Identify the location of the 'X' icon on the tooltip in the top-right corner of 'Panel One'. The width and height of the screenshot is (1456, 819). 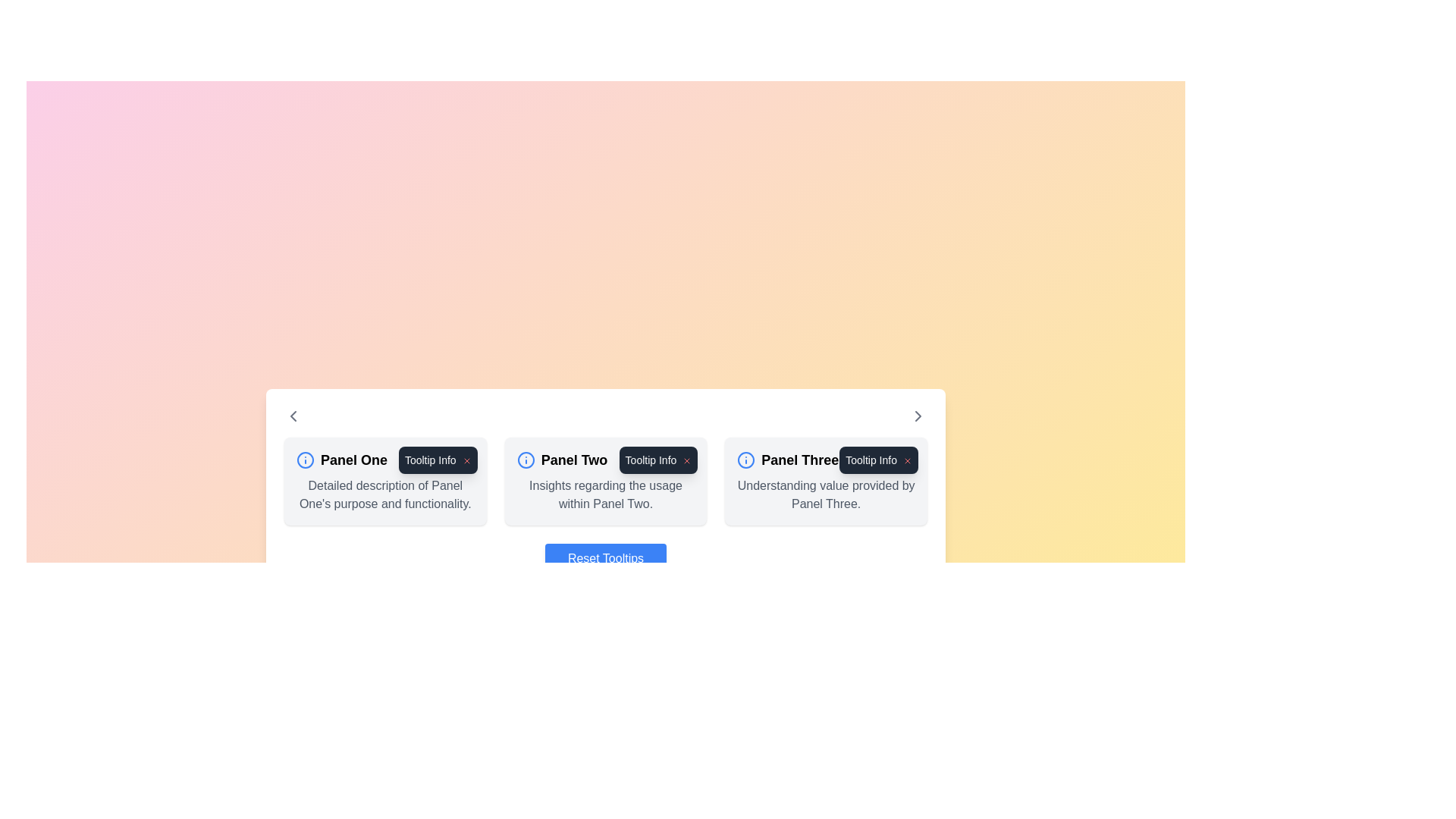
(437, 459).